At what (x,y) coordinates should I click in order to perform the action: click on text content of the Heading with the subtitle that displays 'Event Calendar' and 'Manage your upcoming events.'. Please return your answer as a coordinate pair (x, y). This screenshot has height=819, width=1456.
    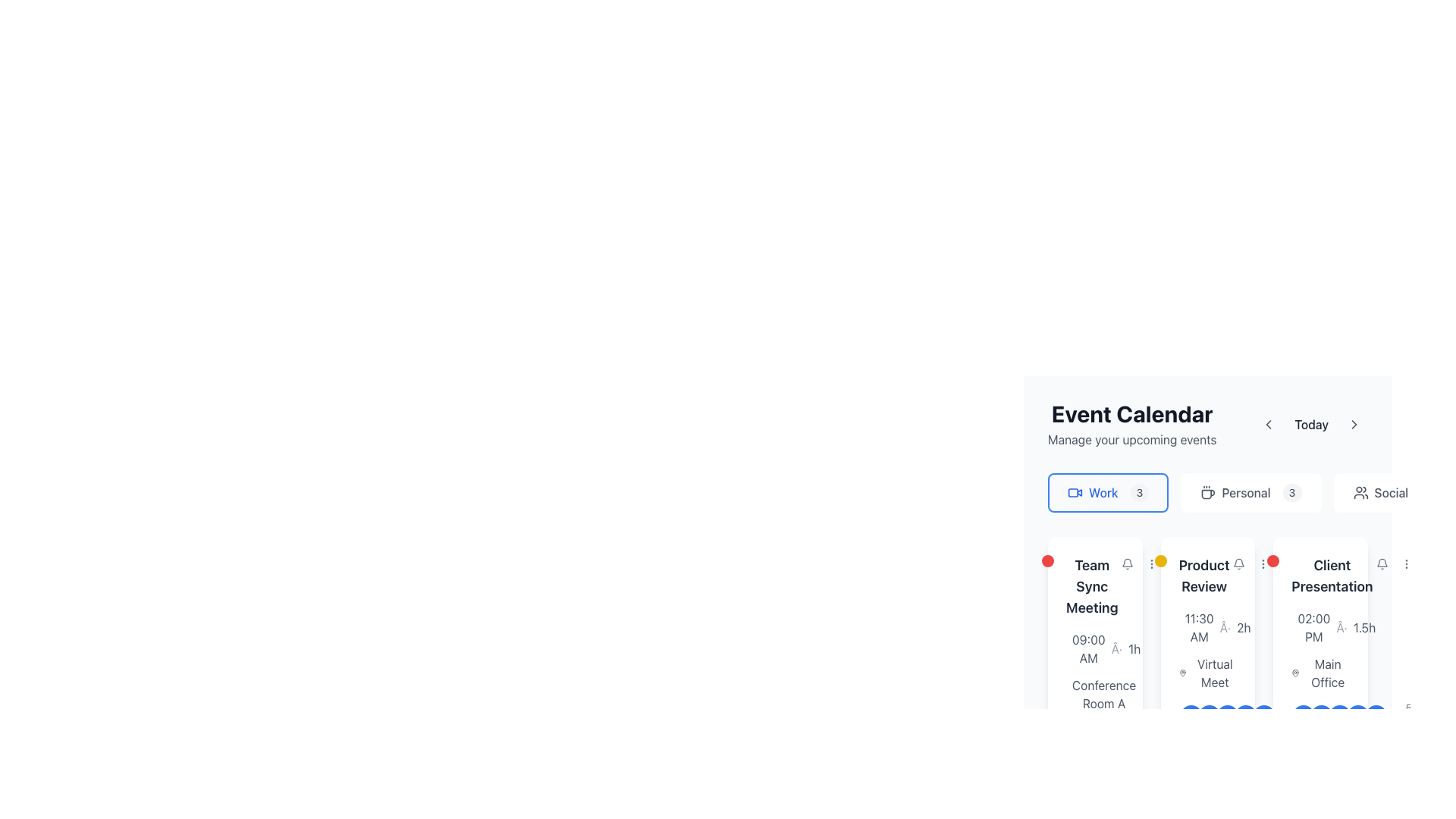
    Looking at the image, I should click on (1132, 424).